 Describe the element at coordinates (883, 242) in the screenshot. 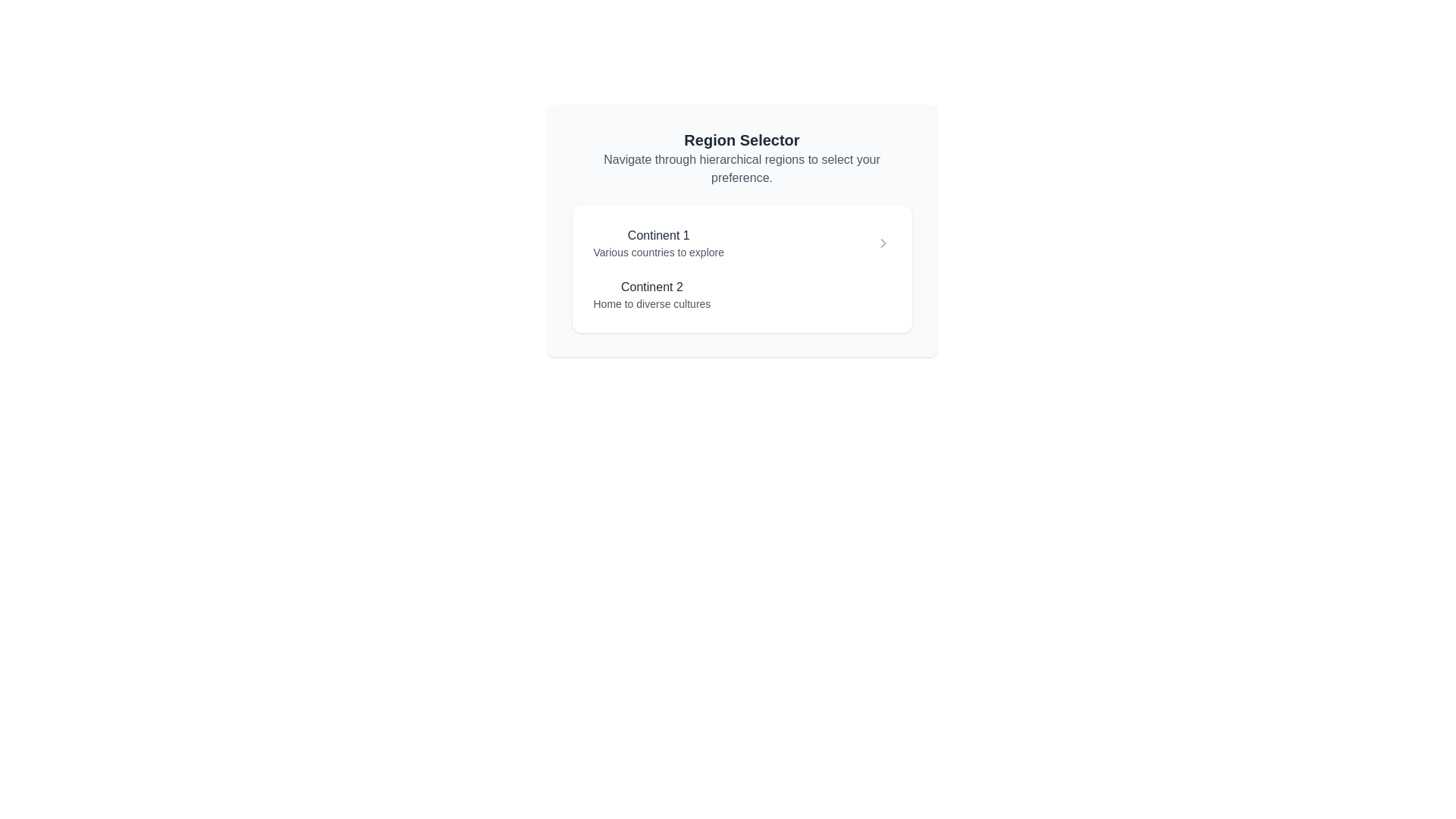

I see `the rightward-facing Chevron icon, which is styled with a thin, outlined gray design and located to the right of the text 'Continent 1 Various countries` at that location.